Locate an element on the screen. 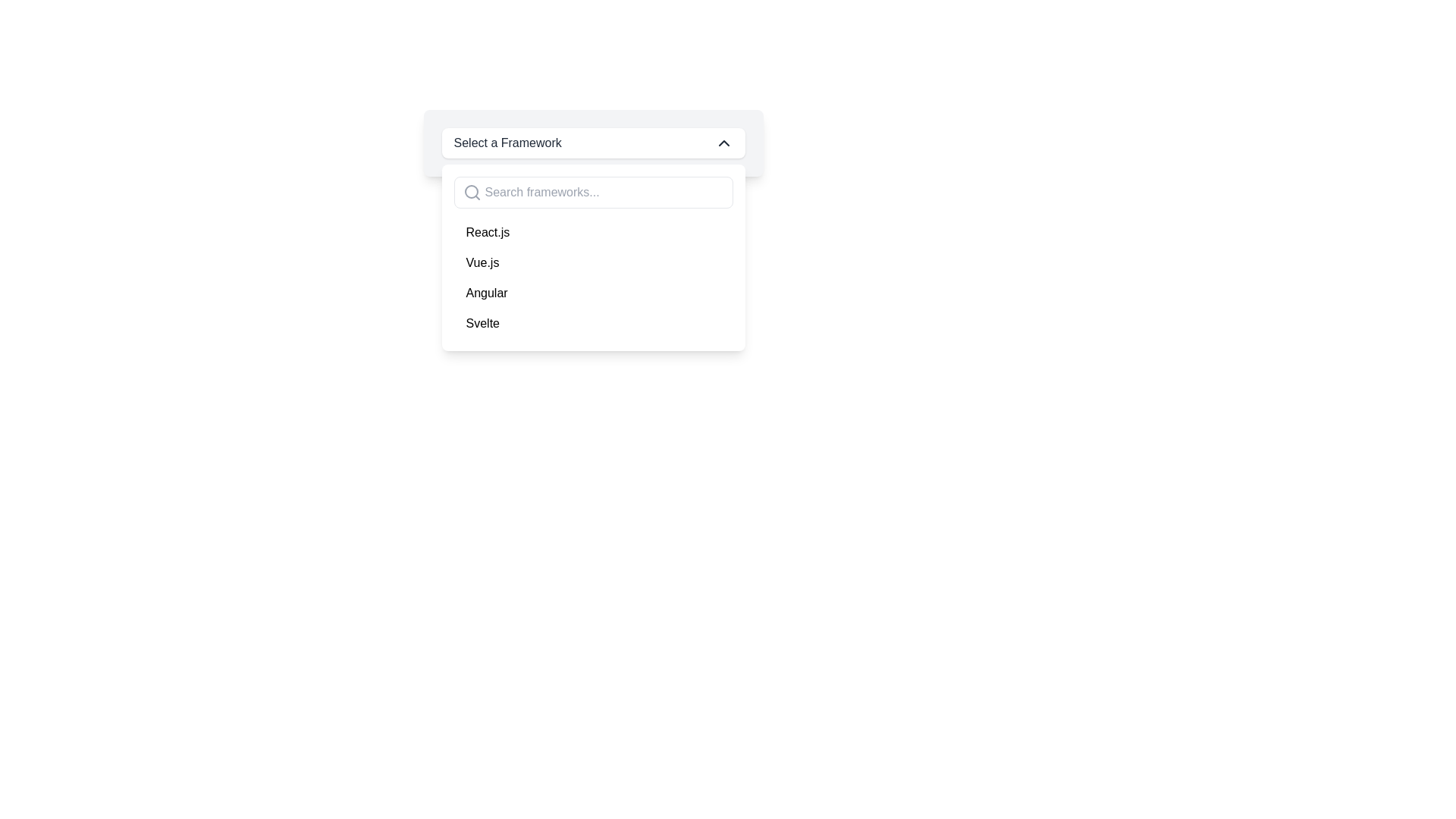 This screenshot has width=1456, height=819. the 'React.js' option in the dropdown menu is located at coordinates (488, 233).